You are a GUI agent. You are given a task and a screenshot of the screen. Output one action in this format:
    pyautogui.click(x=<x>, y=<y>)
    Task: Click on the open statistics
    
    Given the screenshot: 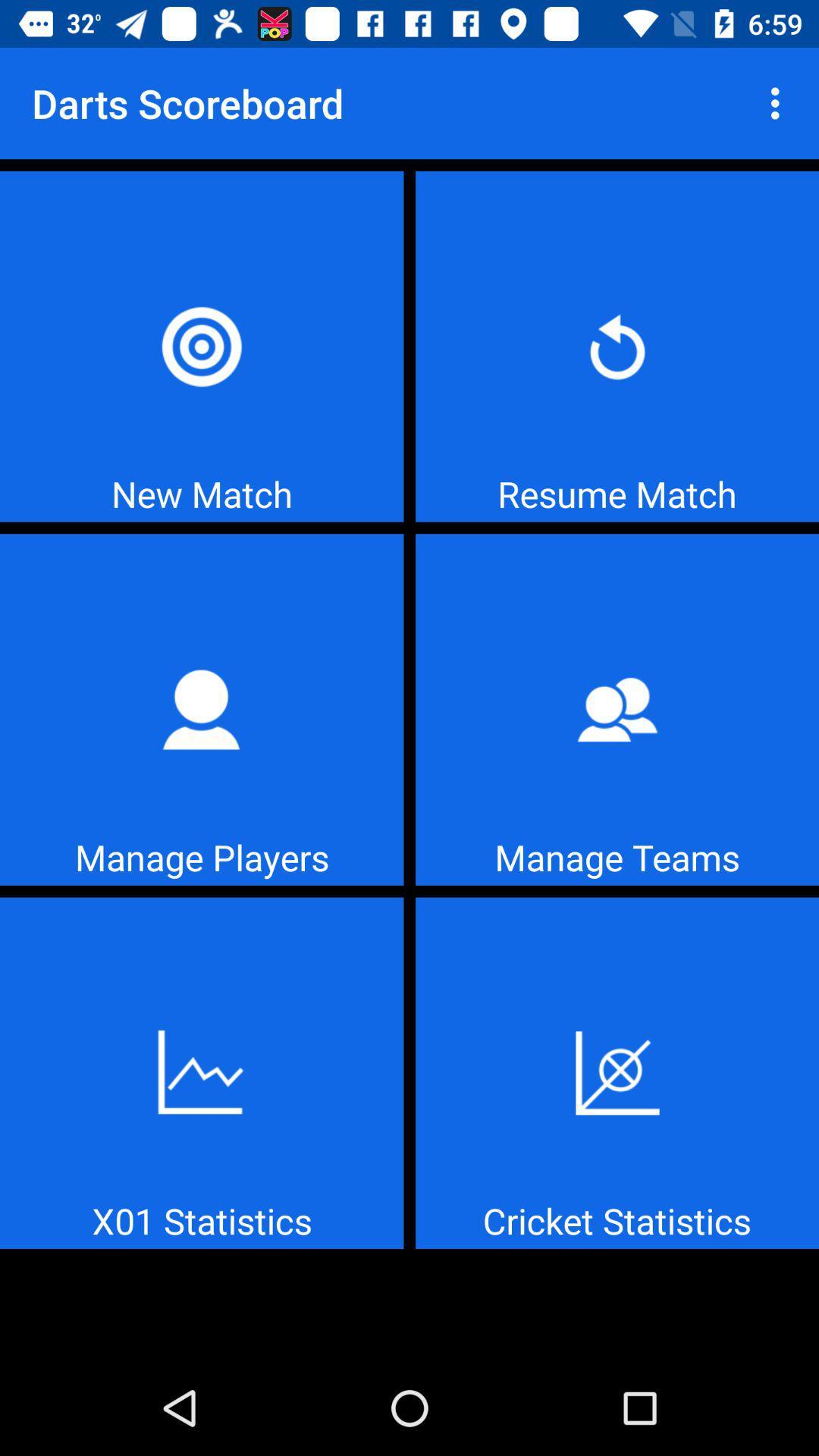 What is the action you would take?
    pyautogui.click(x=201, y=1072)
    